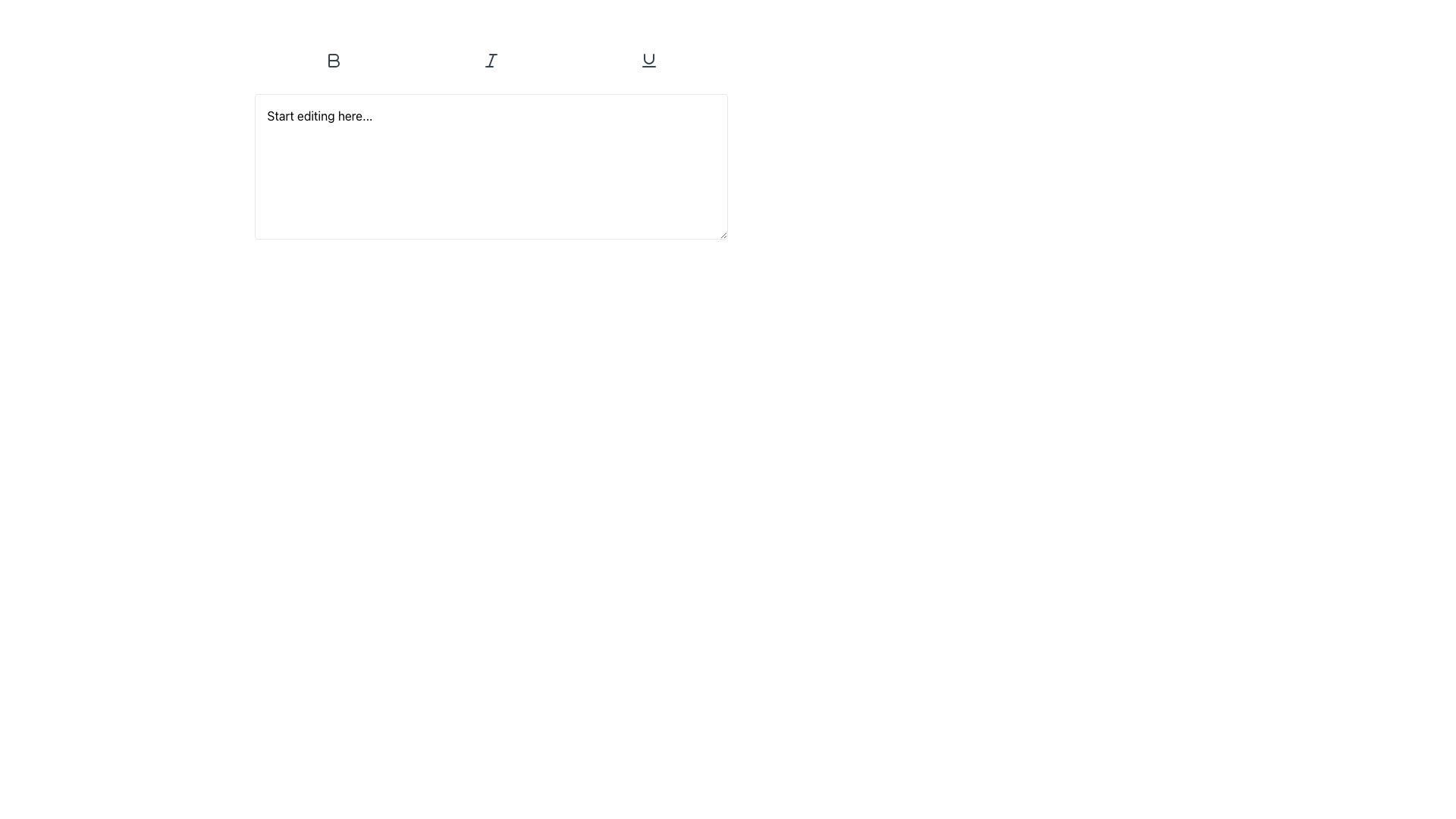 The image size is (1456, 819). I want to click on the italic-style icon represented by a slanted 'I' in the text formatting toolbar to apply italic formatting, so click(491, 60).